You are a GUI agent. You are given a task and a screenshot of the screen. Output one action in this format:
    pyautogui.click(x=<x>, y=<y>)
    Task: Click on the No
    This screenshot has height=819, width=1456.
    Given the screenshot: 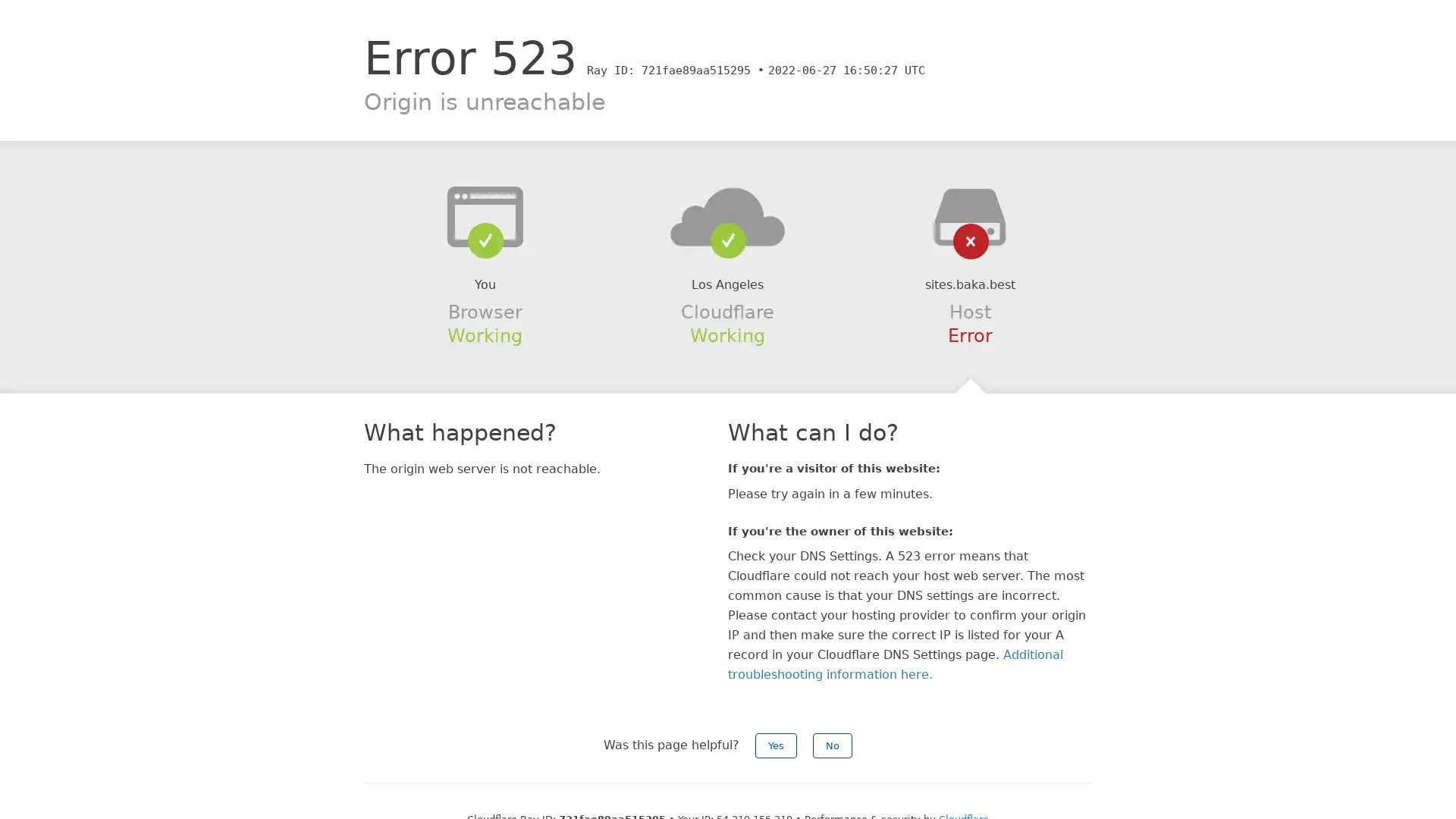 What is the action you would take?
    pyautogui.click(x=832, y=745)
    